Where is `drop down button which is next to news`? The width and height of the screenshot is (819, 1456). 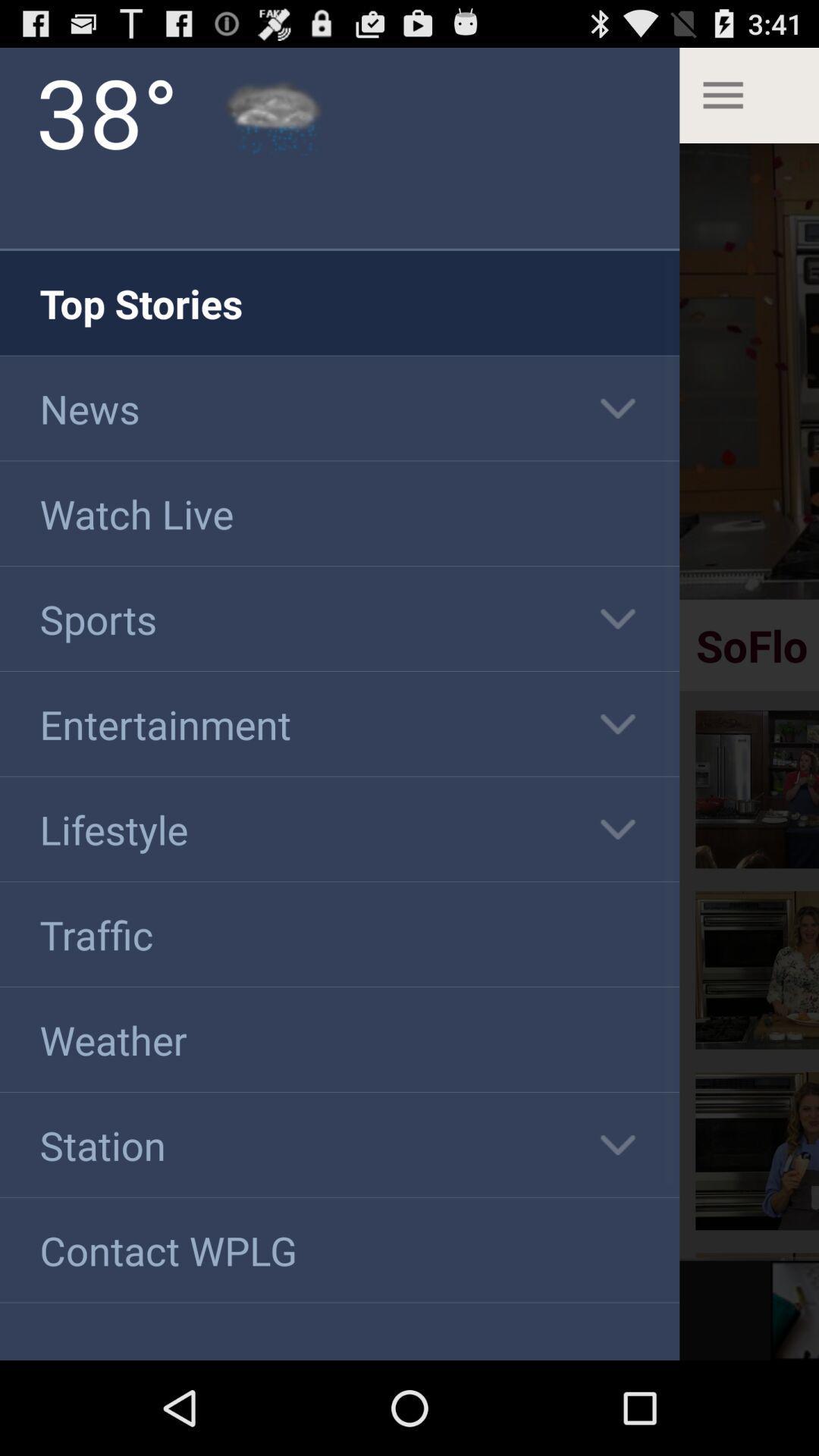
drop down button which is next to news is located at coordinates (617, 408).